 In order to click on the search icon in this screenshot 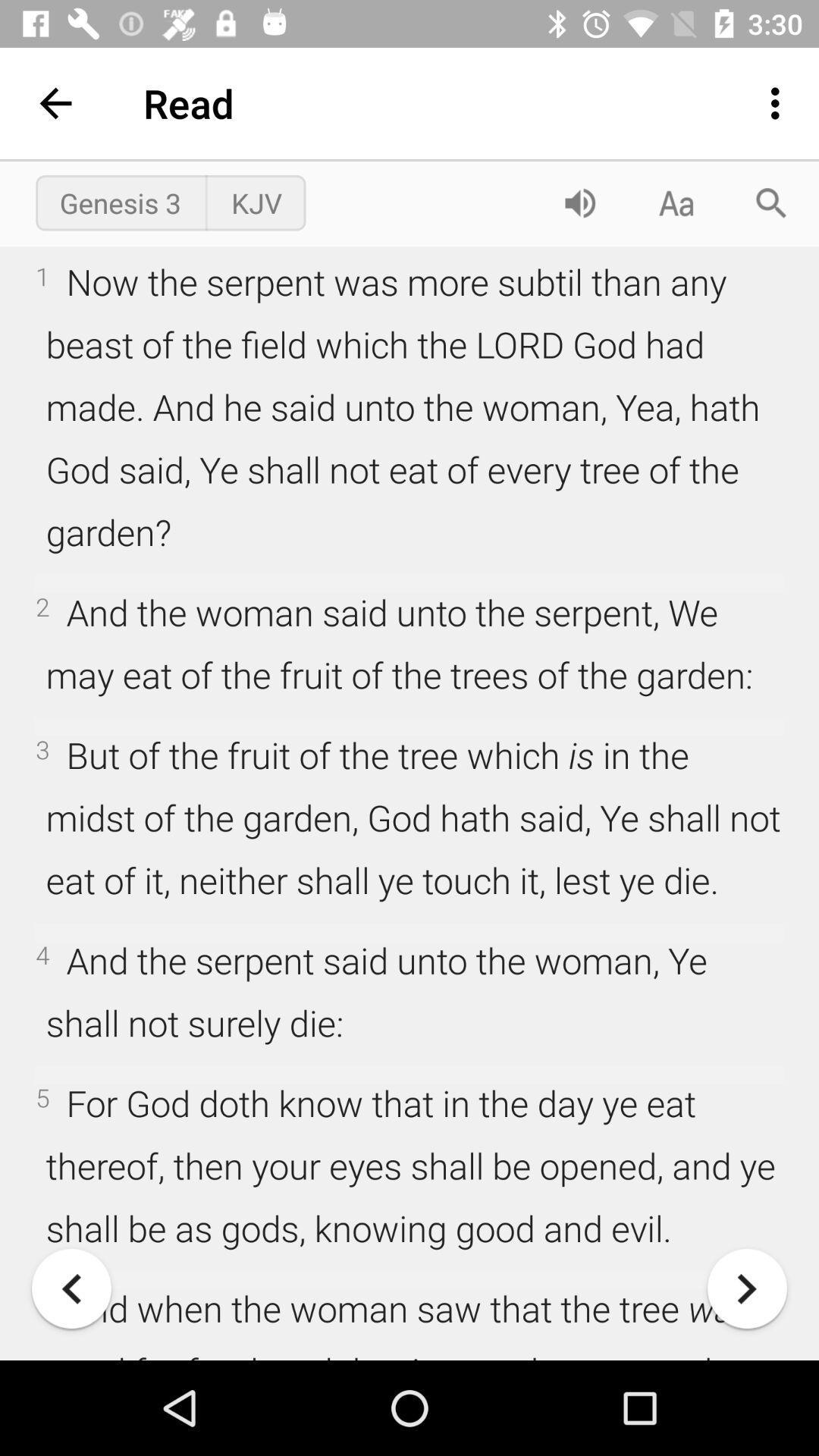, I will do `click(771, 202)`.